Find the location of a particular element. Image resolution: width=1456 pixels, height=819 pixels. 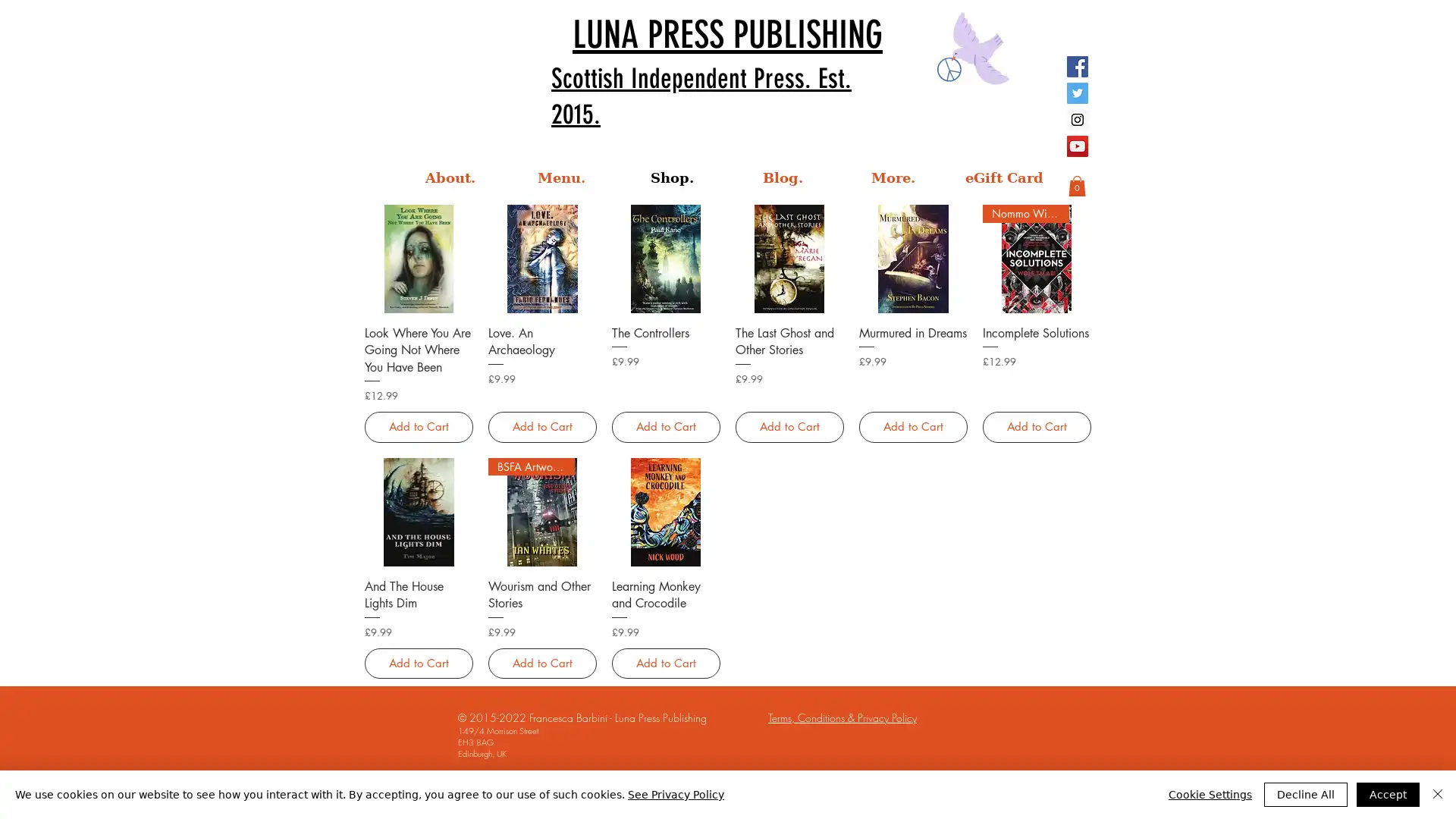

Add to Cart is located at coordinates (665, 662).